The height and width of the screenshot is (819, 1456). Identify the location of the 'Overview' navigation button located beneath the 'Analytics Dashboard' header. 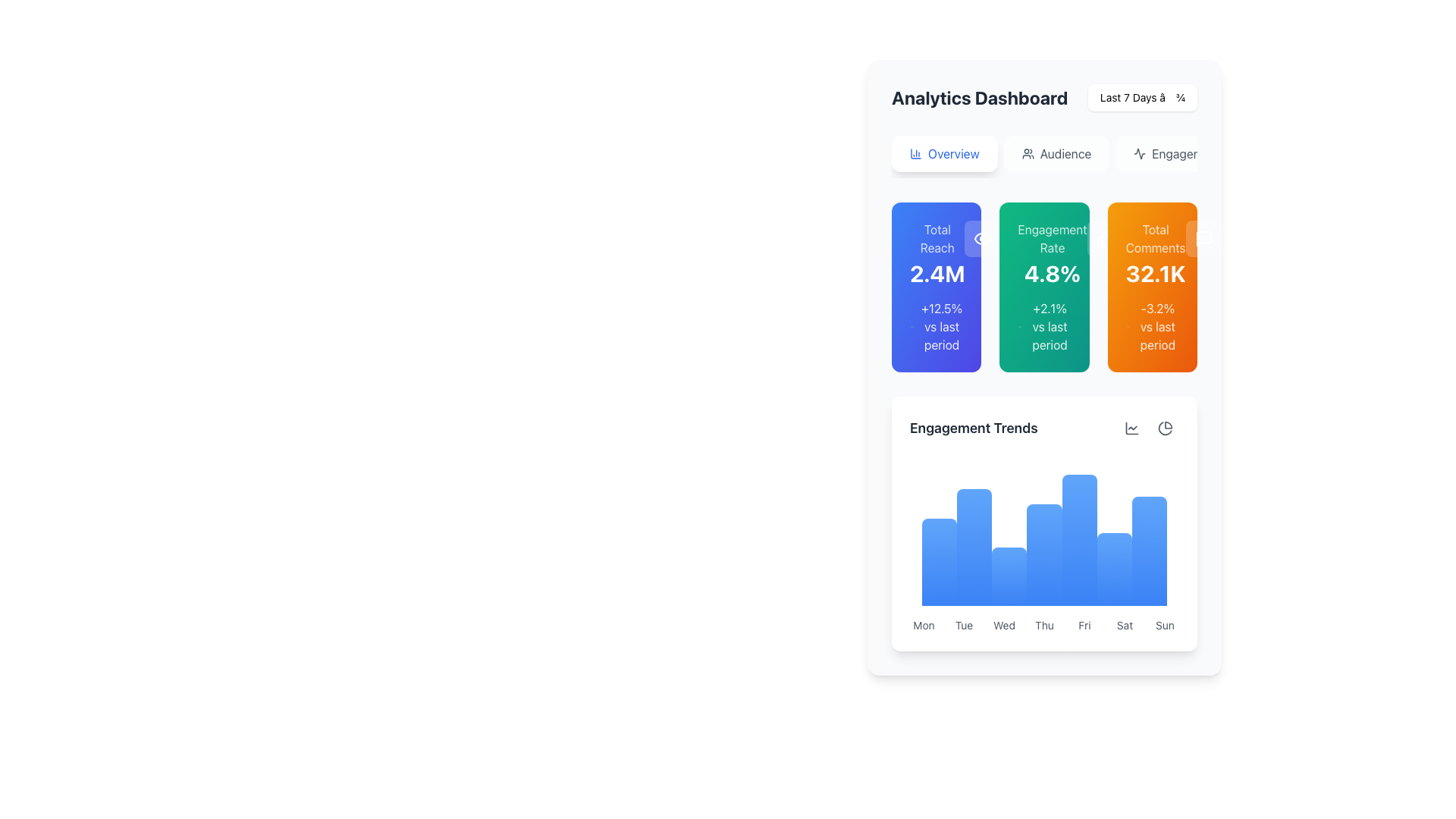
(943, 154).